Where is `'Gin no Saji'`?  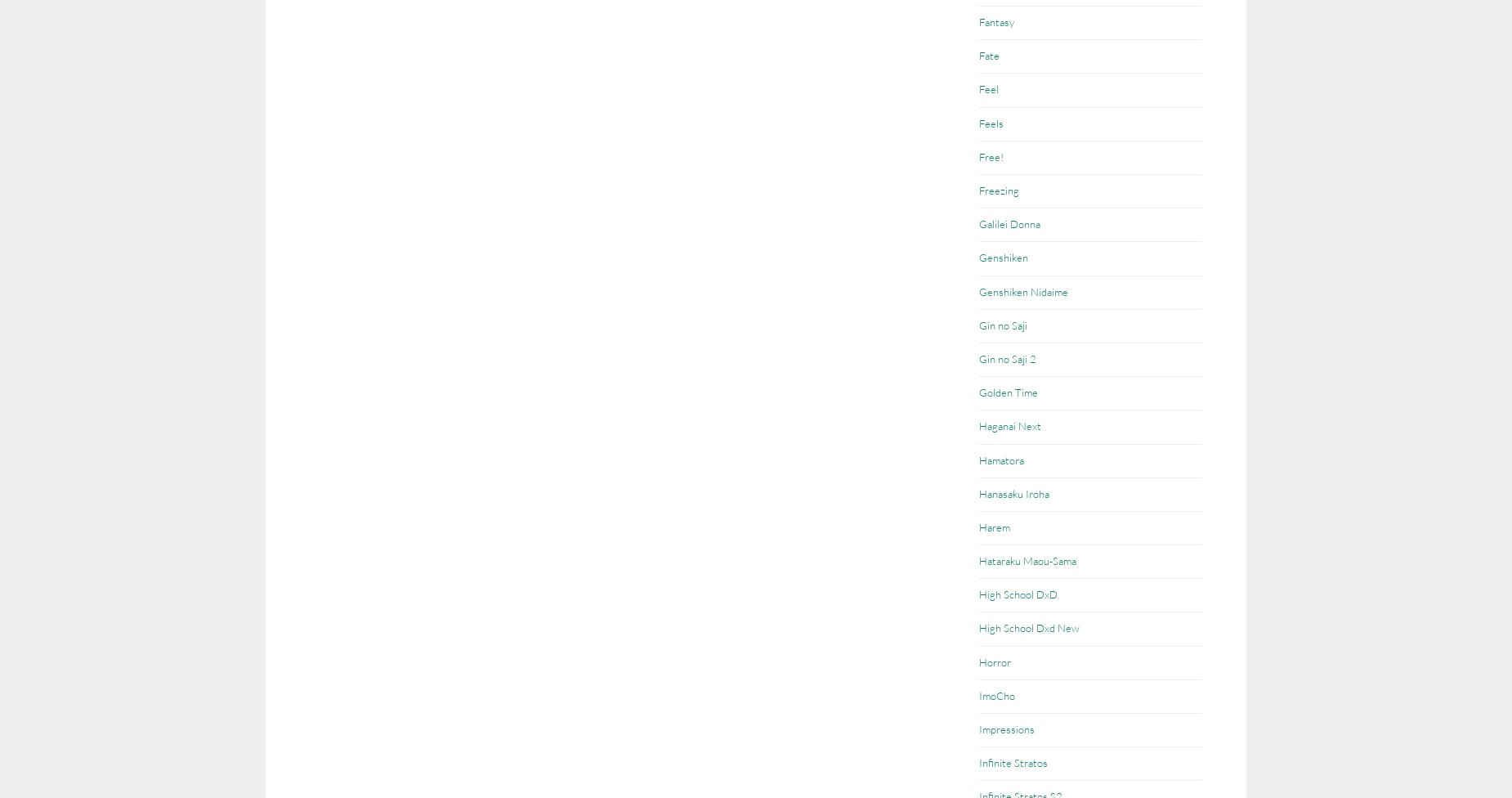
'Gin no Saji' is located at coordinates (1002, 324).